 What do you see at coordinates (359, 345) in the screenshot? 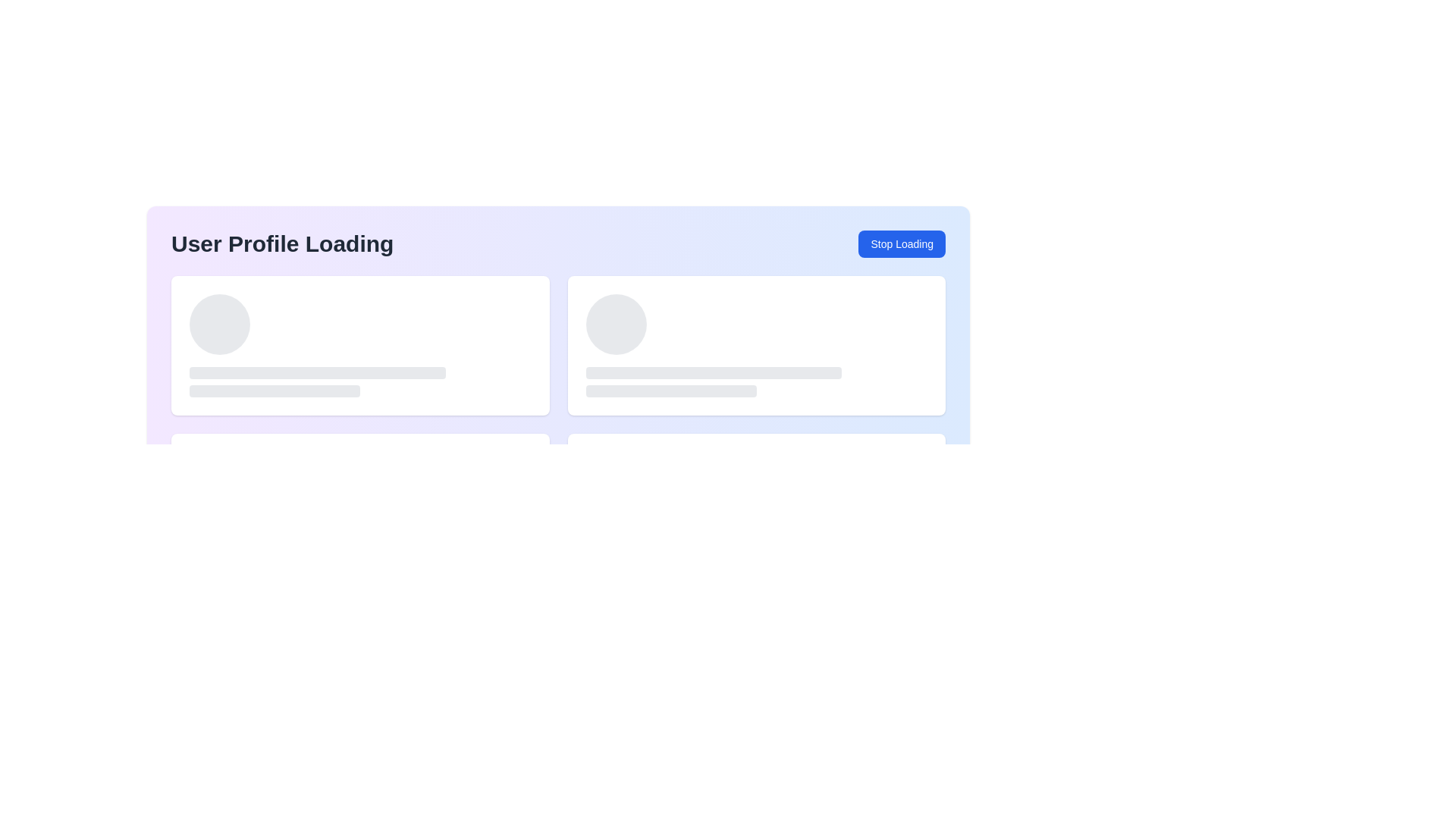
I see `the Loading card placeholder located in the top-left corner of the grid layout, which serves as a loading indicator for user profile information` at bounding box center [359, 345].